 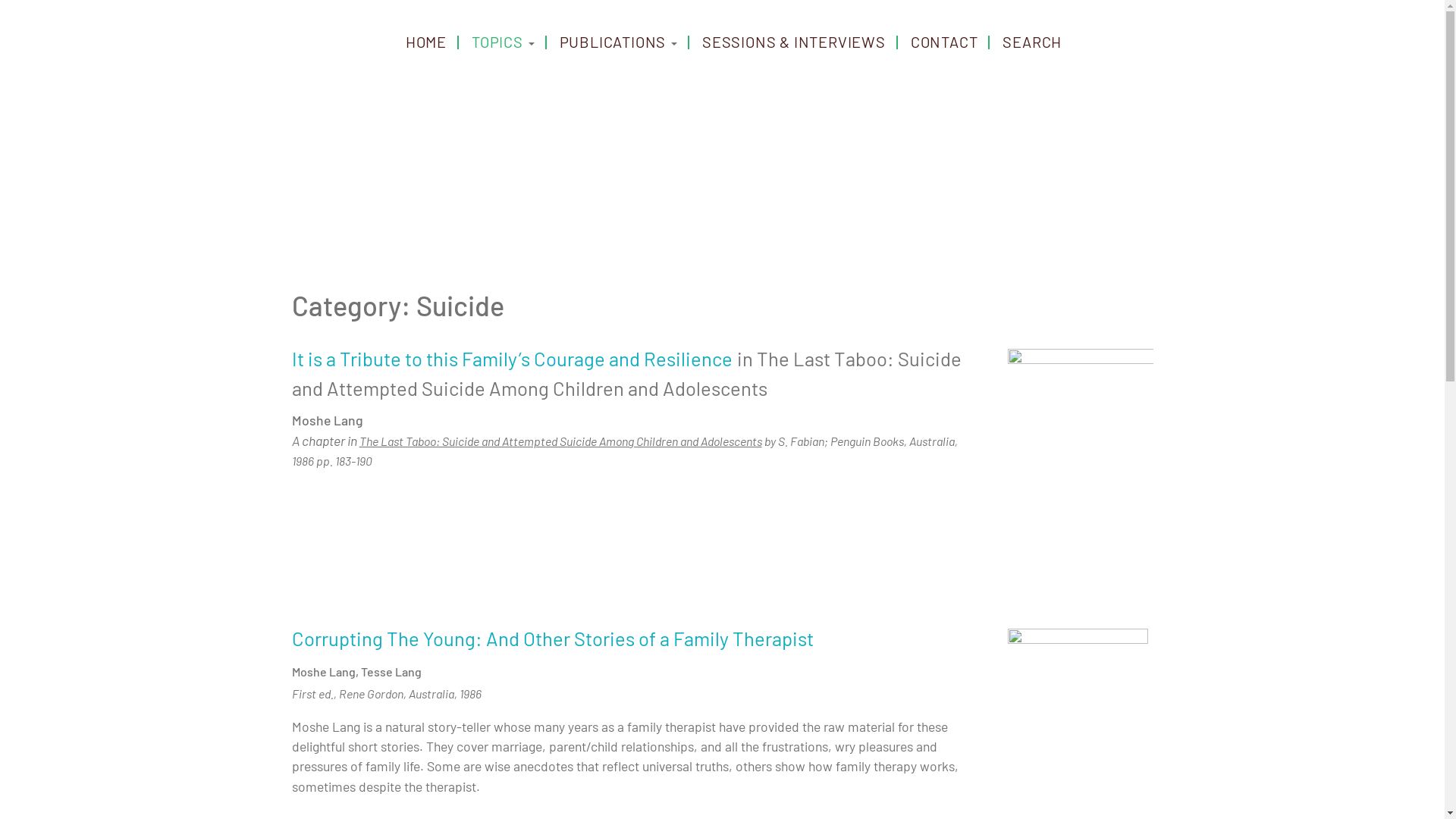 I want to click on 'TOPICS', so click(x=503, y=40).